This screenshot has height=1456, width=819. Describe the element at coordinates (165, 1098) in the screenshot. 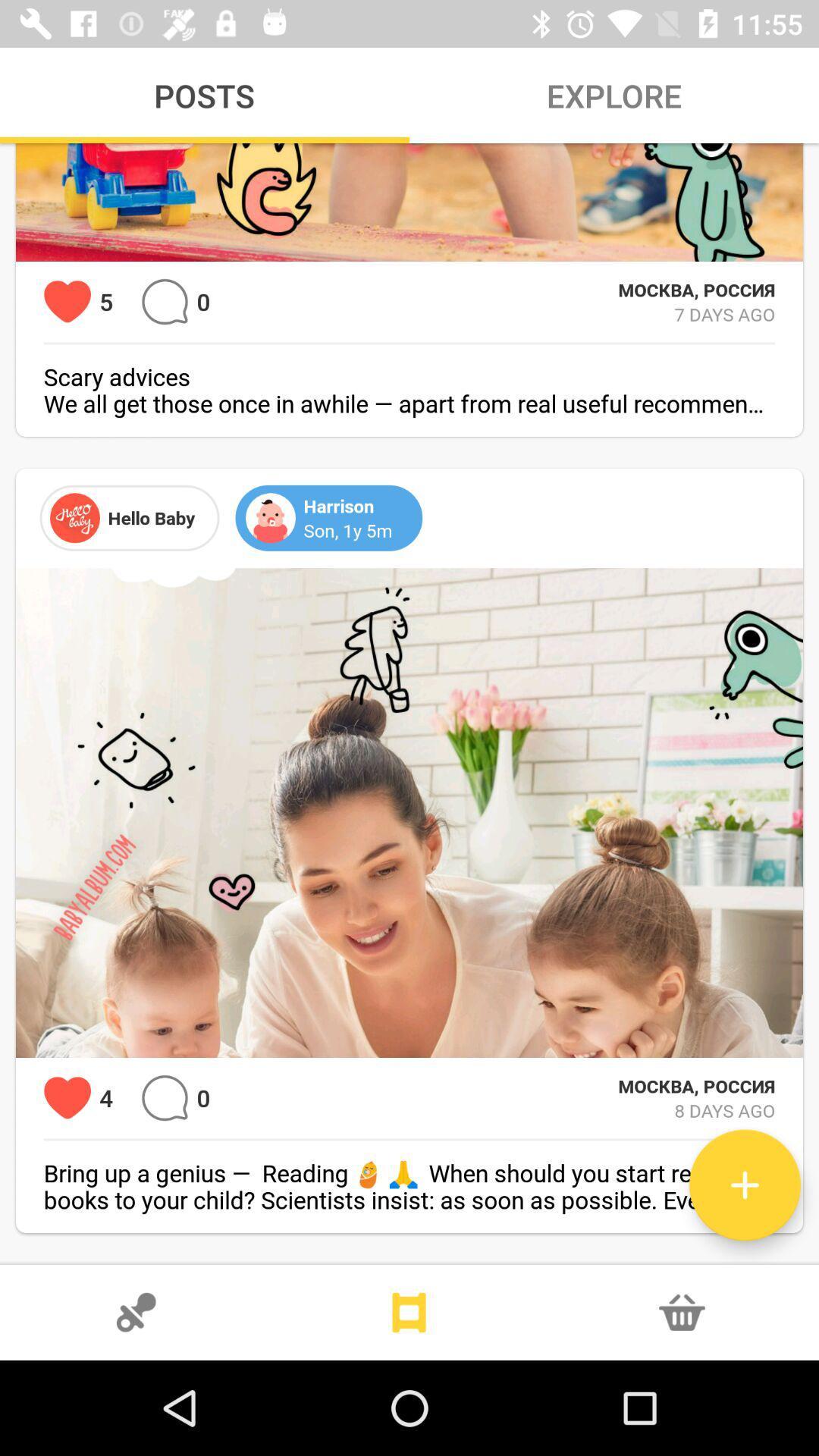

I see `make a comment` at that location.